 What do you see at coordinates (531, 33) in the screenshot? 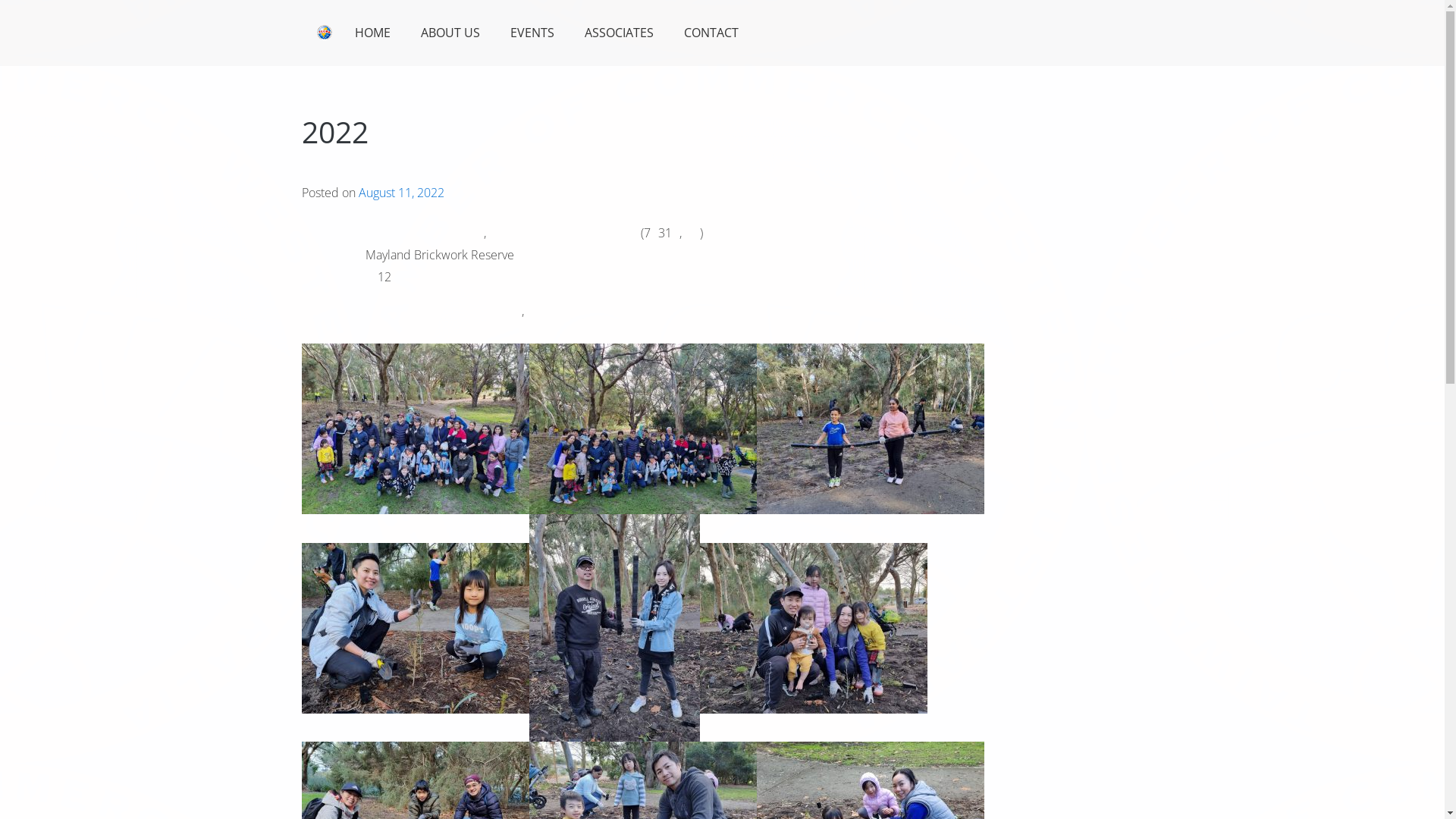
I see `'EVENTS'` at bounding box center [531, 33].